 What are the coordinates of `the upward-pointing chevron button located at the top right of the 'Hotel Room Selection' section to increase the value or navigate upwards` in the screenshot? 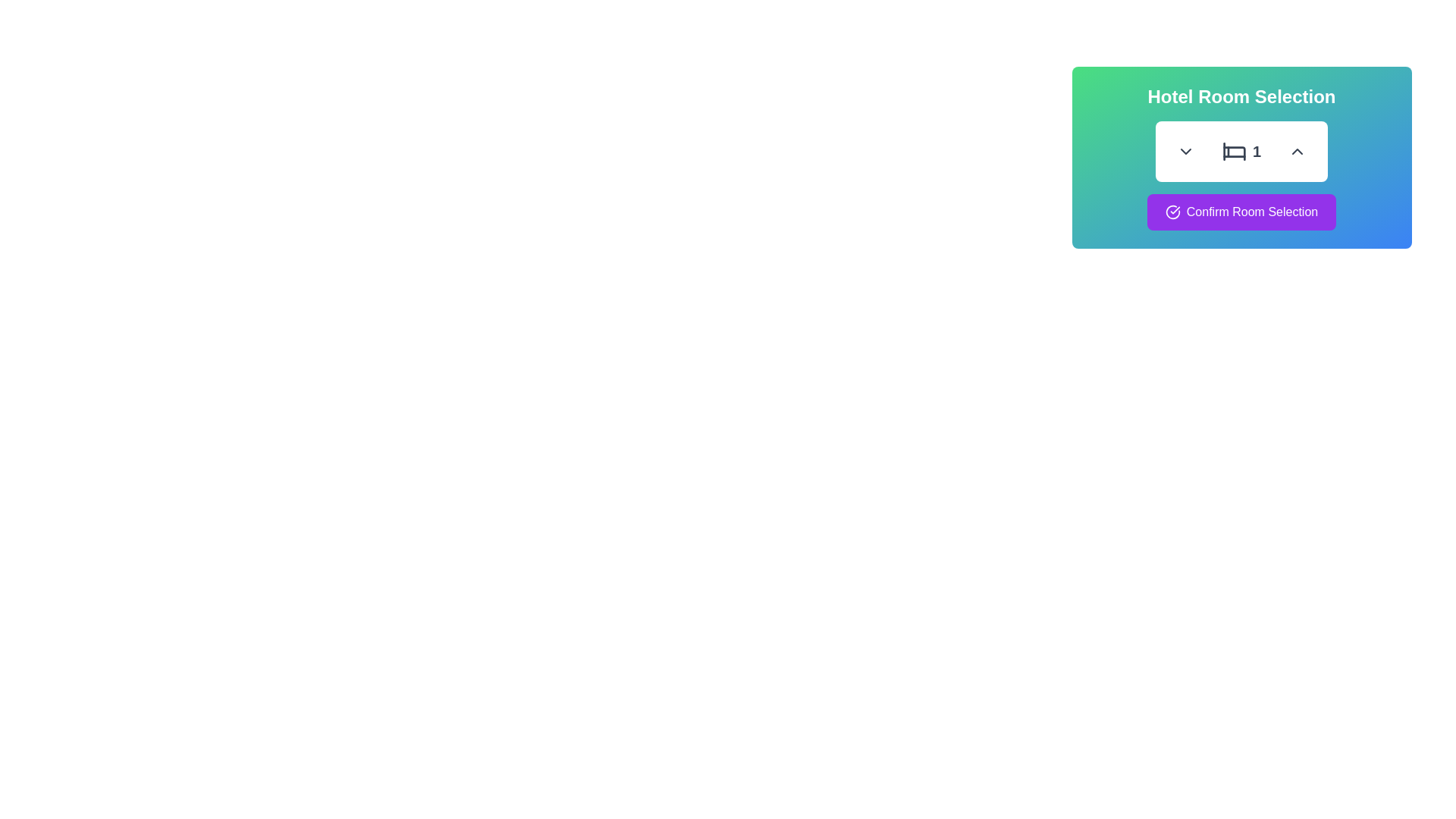 It's located at (1297, 152).